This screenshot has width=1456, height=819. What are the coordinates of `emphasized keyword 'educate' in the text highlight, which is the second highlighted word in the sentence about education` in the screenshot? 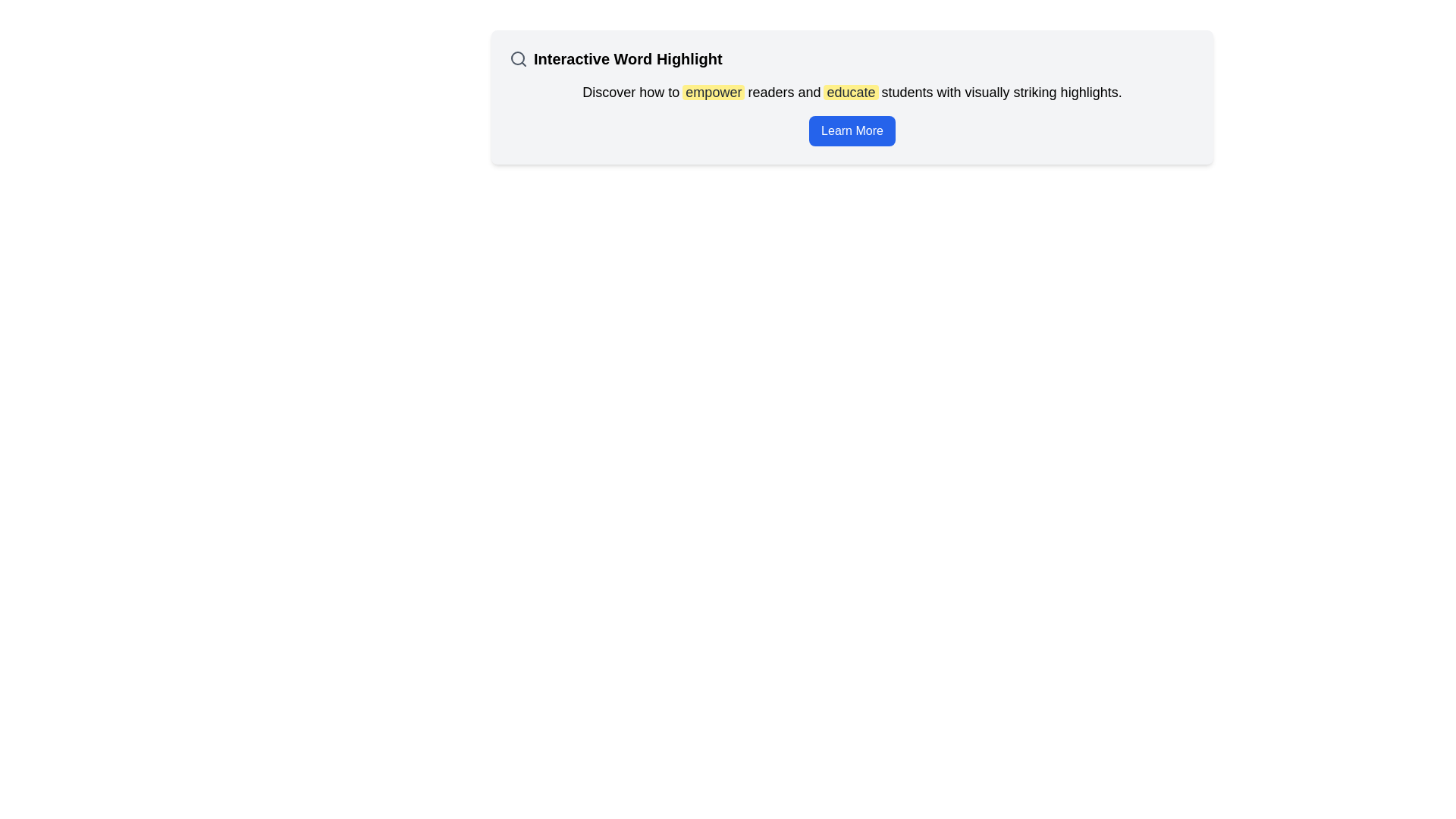 It's located at (851, 93).